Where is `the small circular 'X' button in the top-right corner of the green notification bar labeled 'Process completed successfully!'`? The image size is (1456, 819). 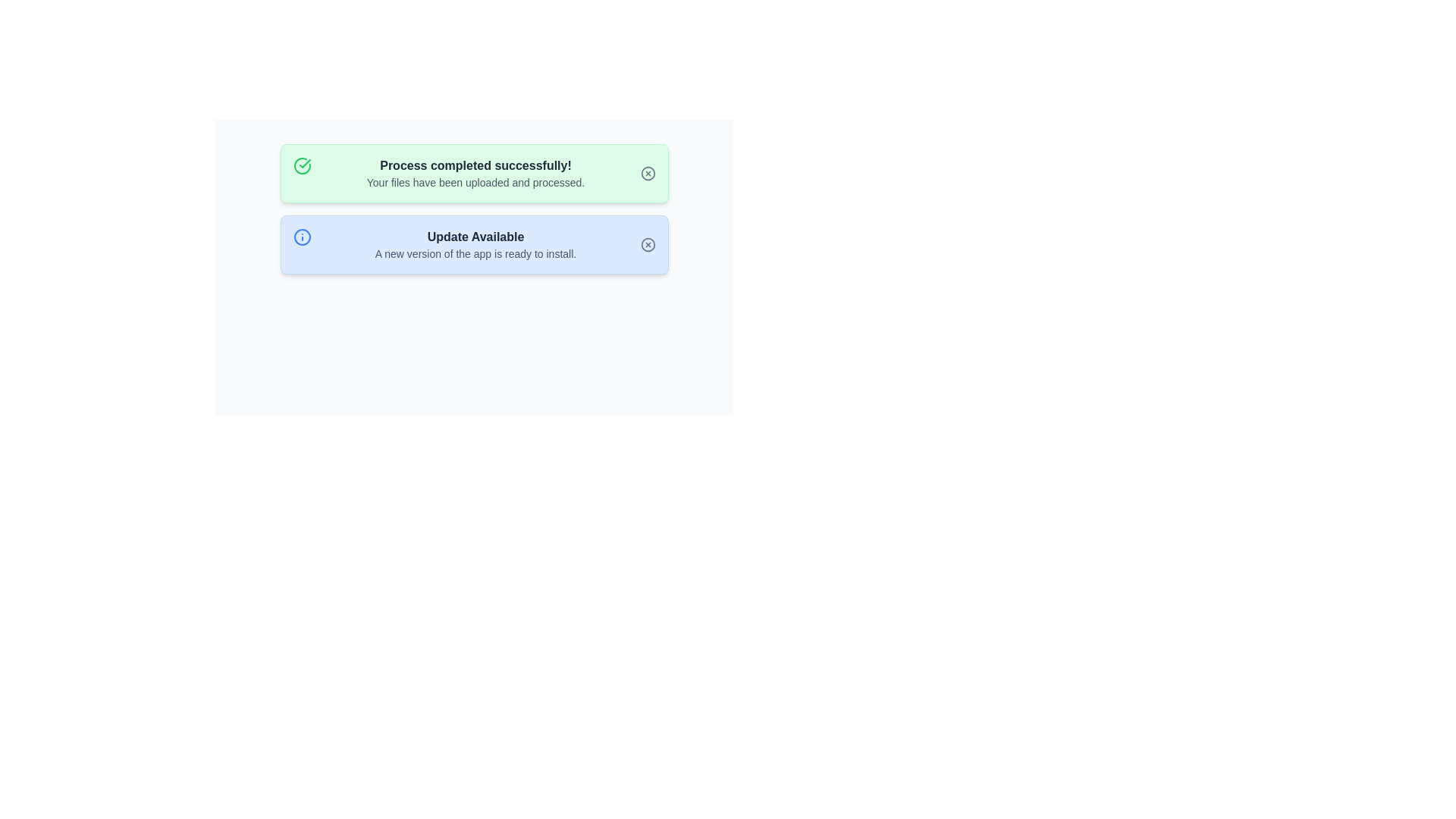 the small circular 'X' button in the top-right corner of the green notification bar labeled 'Process completed successfully!' is located at coordinates (648, 172).